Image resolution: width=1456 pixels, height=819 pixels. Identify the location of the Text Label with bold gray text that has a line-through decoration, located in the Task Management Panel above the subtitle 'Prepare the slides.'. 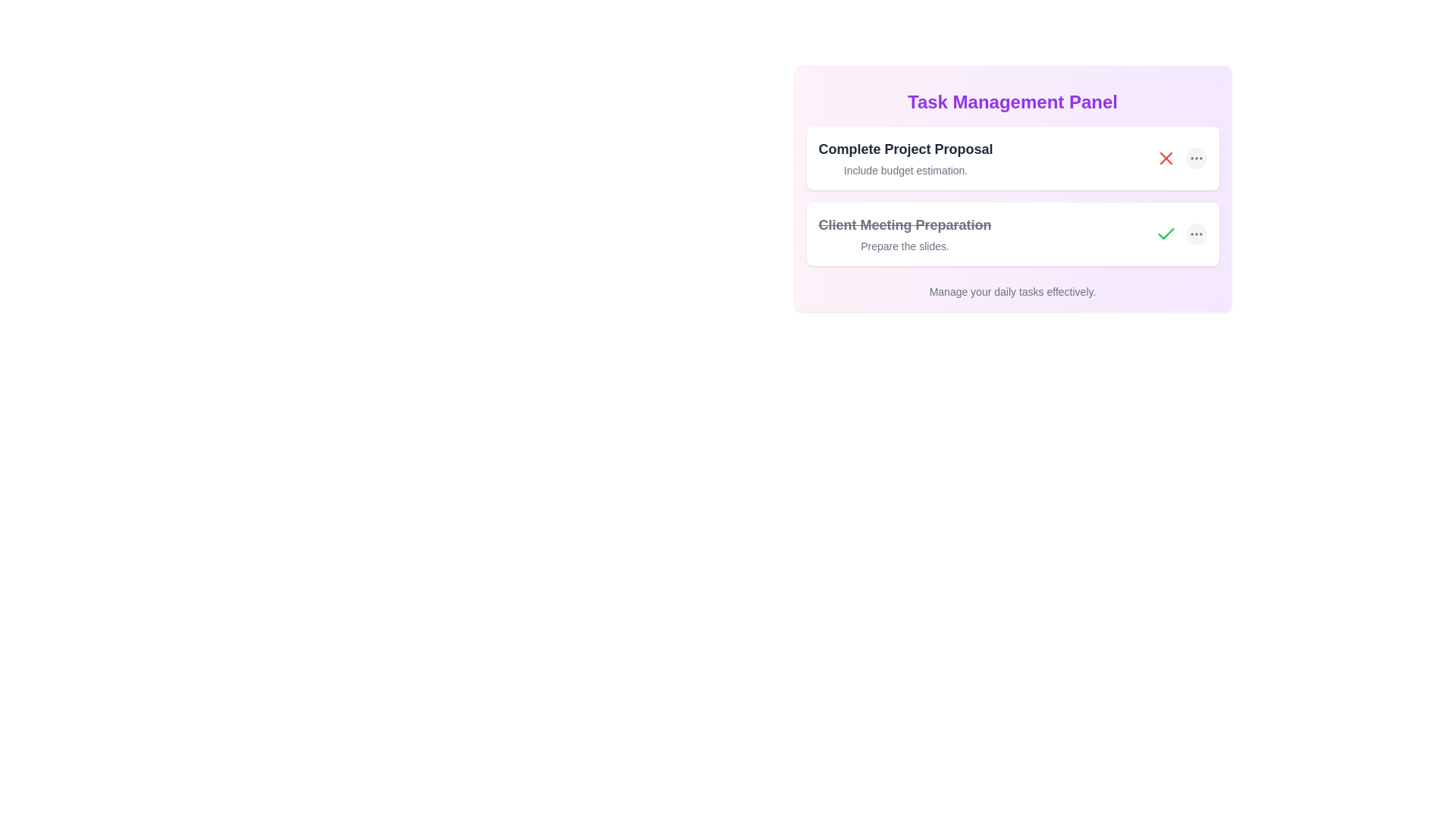
(905, 225).